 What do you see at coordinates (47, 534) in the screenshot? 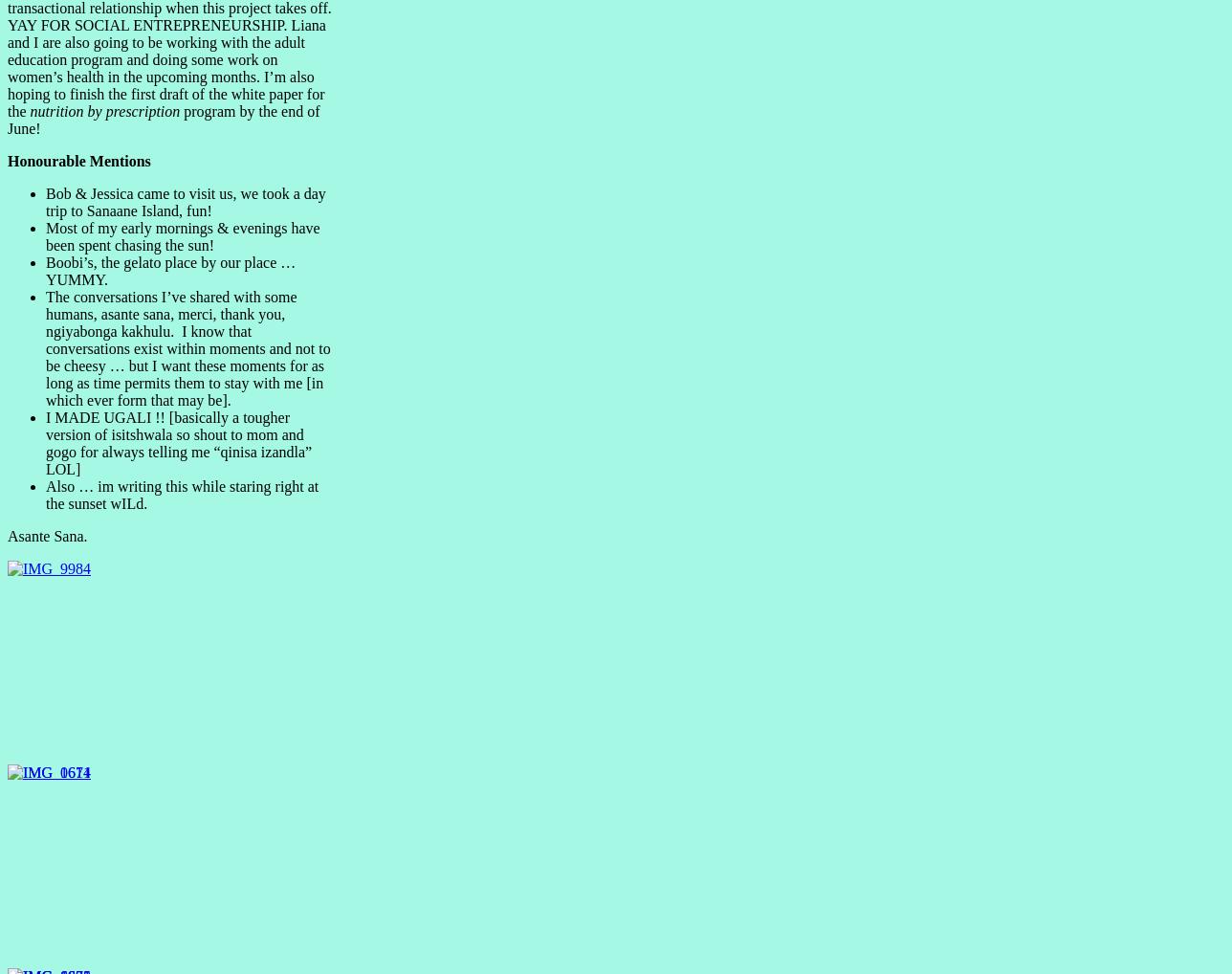
I see `'Asante Sana.'` at bounding box center [47, 534].